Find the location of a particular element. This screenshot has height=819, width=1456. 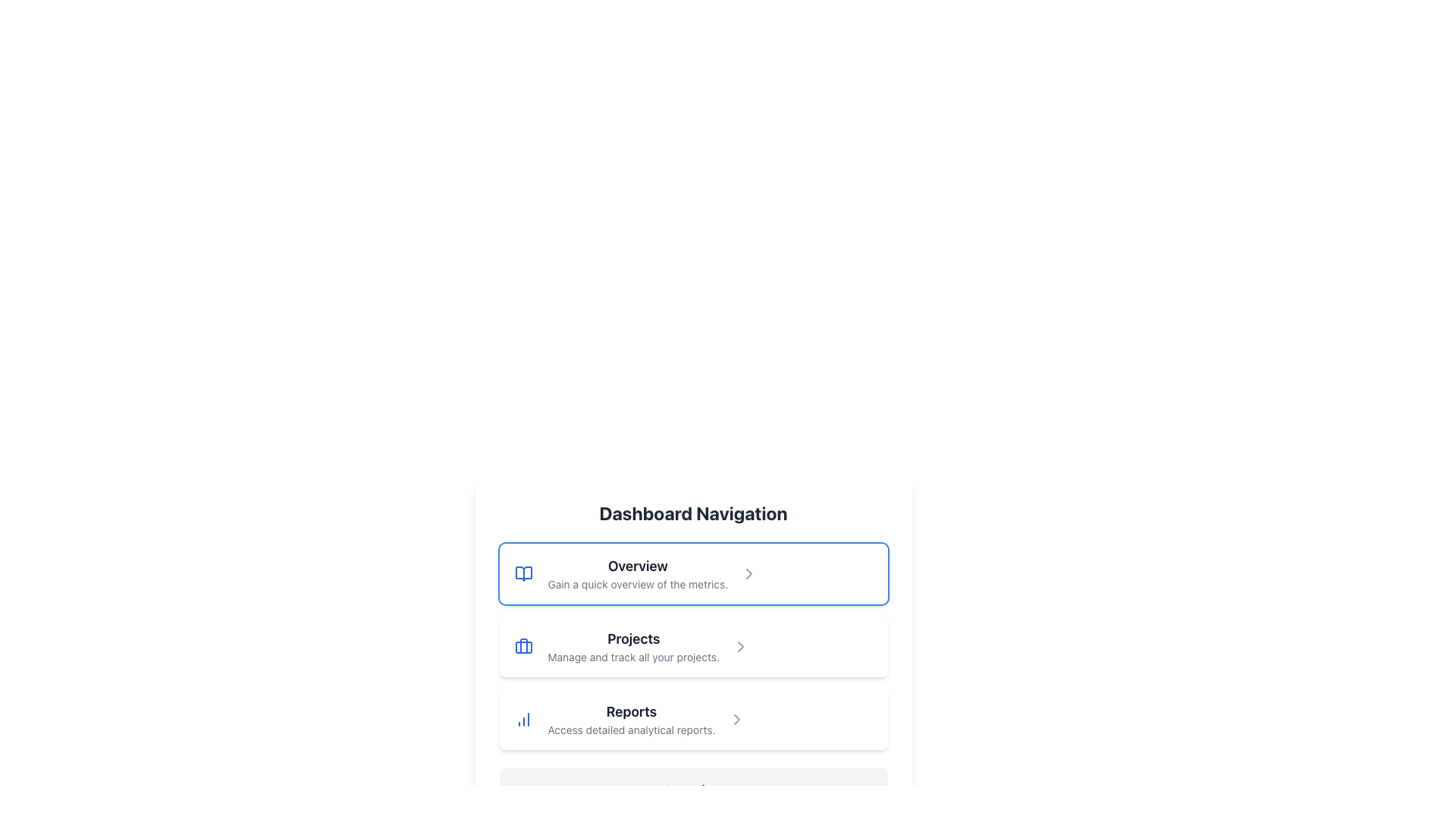

the second item in the vertical list of navigation options under the 'Dashboard Navigation' section is located at coordinates (692, 646).